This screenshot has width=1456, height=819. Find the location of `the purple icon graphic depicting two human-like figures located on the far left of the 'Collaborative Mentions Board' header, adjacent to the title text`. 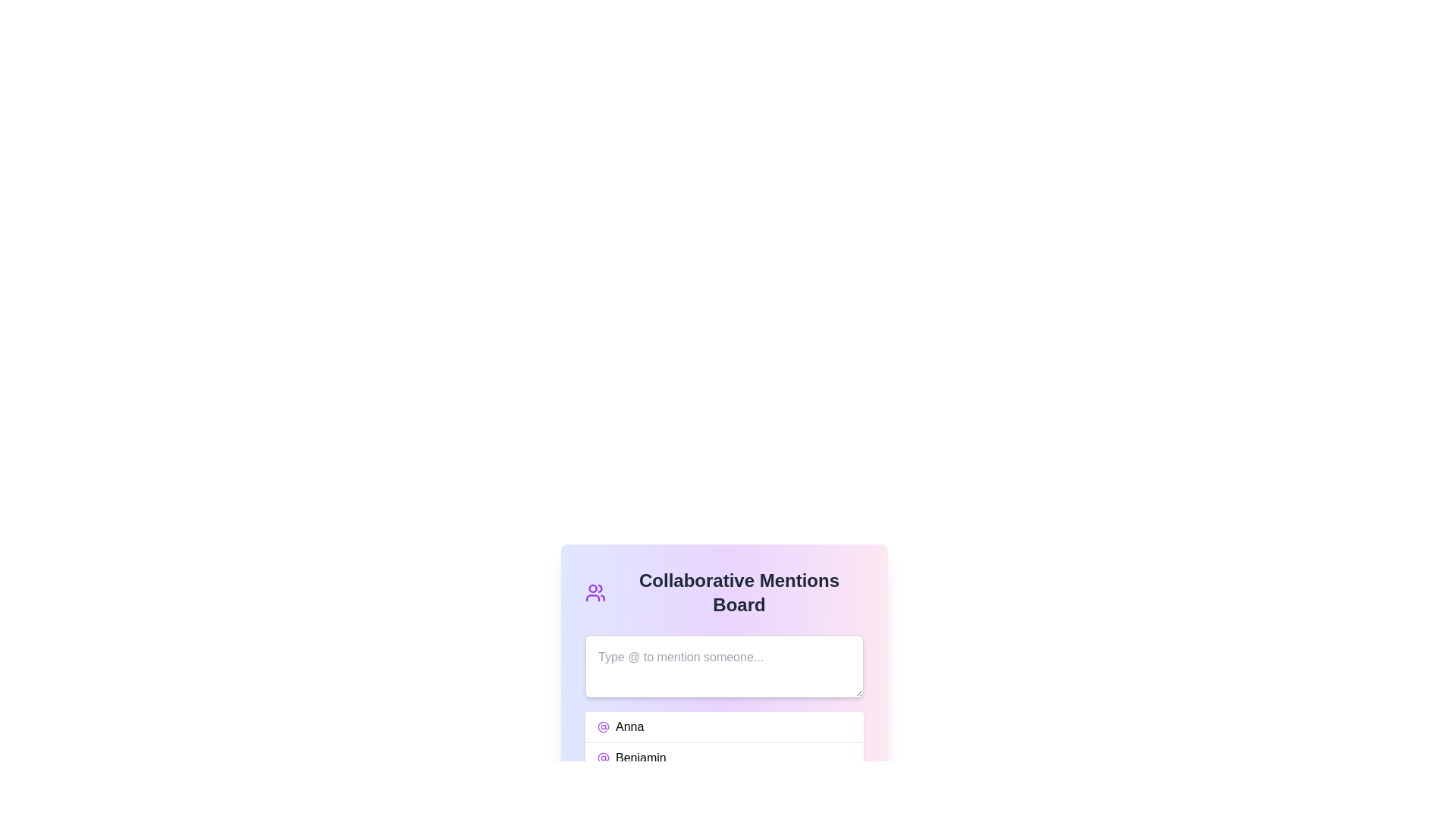

the purple icon graphic depicting two human-like figures located on the far left of the 'Collaborative Mentions Board' header, adjacent to the title text is located at coordinates (595, 592).